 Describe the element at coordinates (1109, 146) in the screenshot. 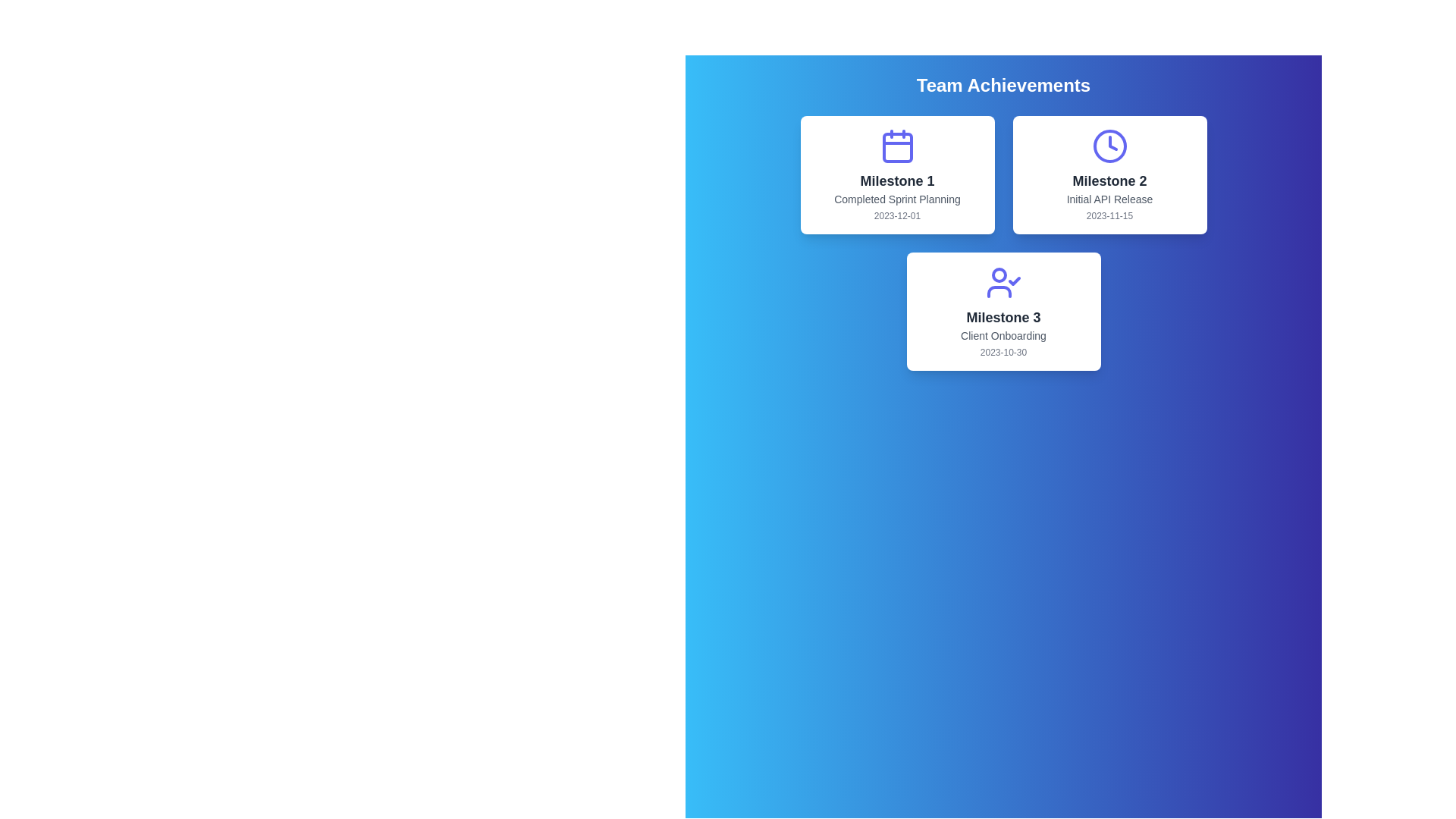

I see `the time icon located in the top-right corner of the 'Milestone 2' card, which visually represents a timestamp or schedule` at that location.